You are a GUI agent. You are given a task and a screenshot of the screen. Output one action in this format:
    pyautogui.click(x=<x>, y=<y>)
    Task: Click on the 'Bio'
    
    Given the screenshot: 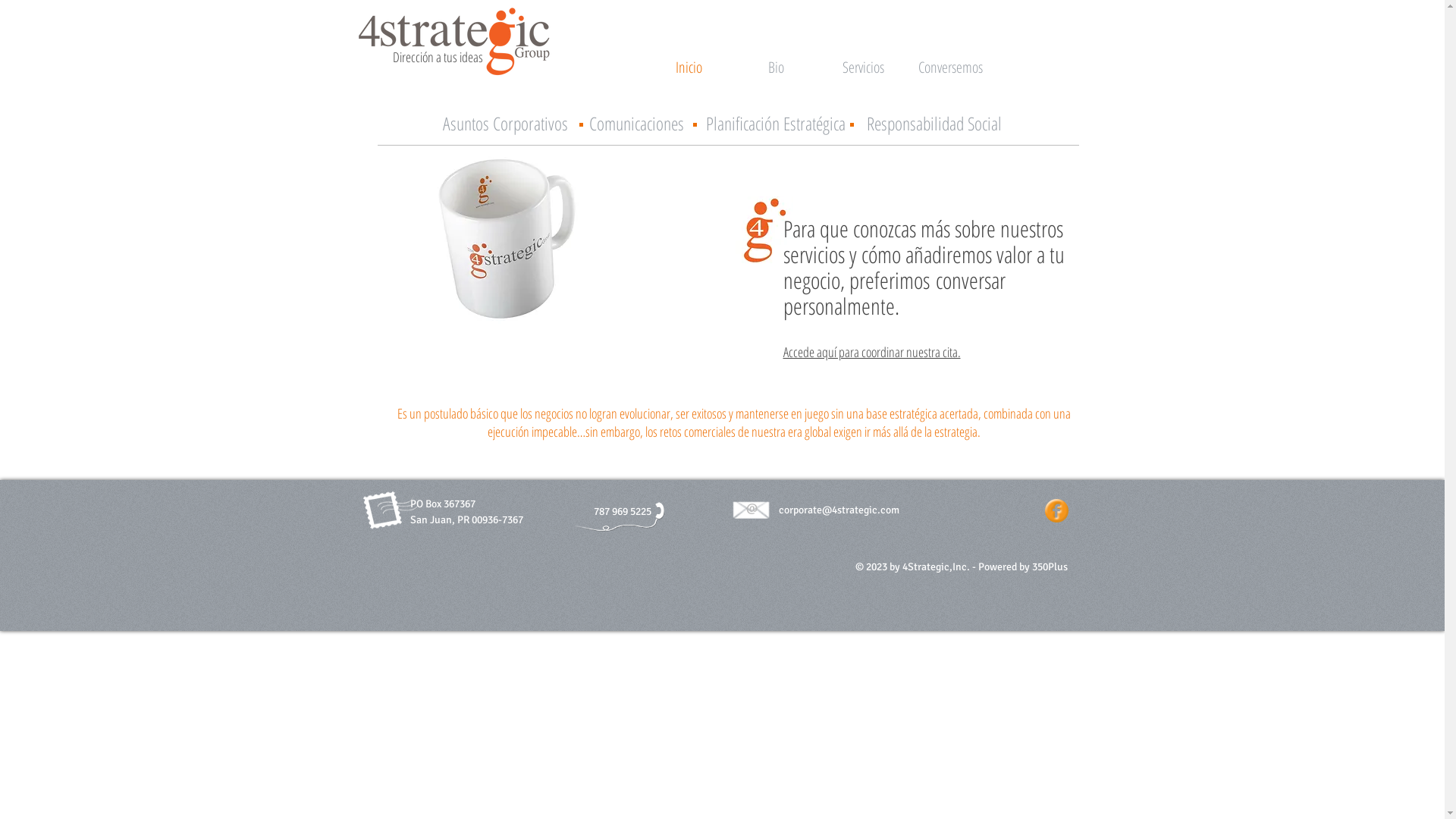 What is the action you would take?
    pyautogui.click(x=776, y=66)
    